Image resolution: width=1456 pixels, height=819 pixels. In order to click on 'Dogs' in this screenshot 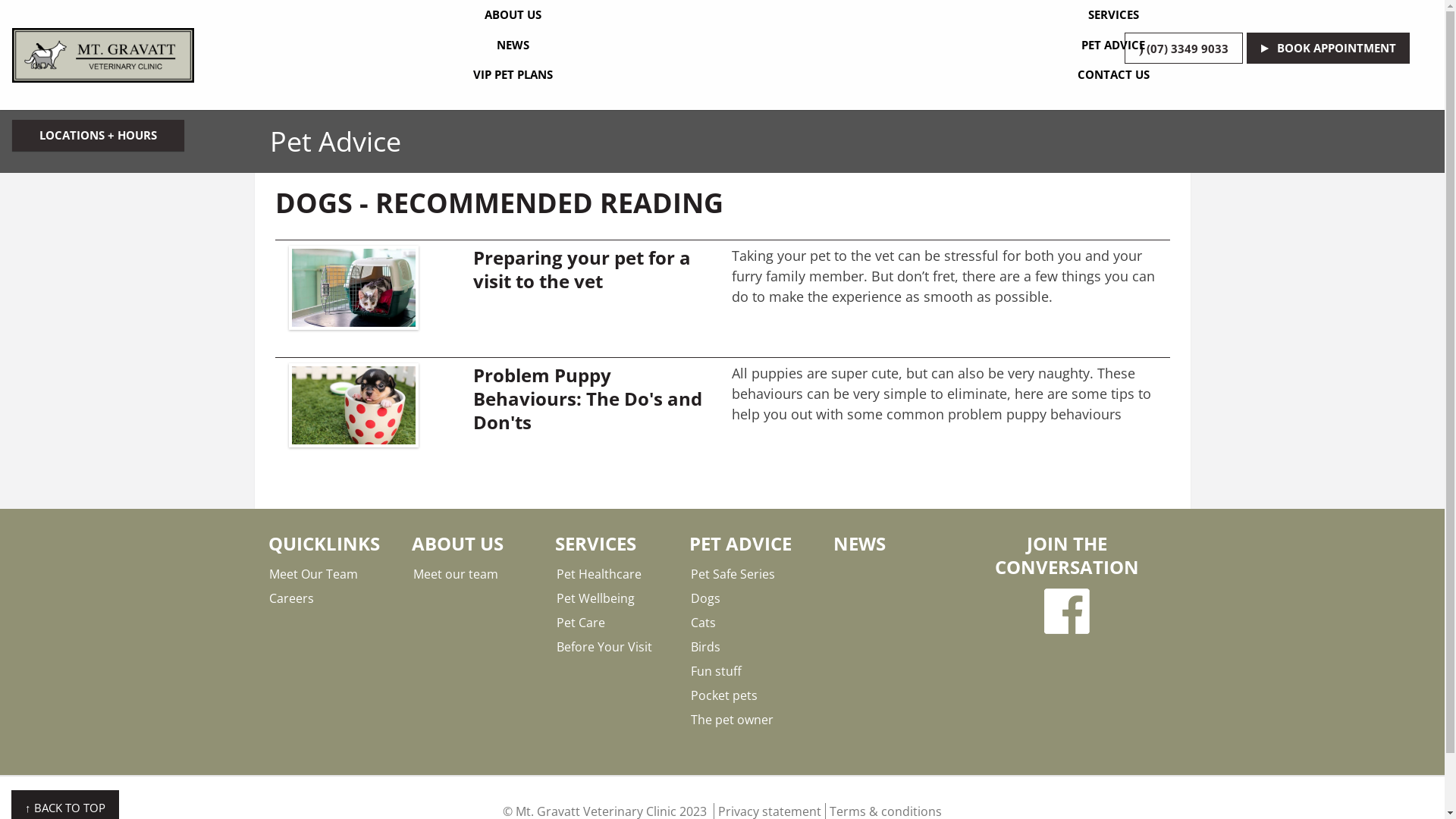, I will do `click(752, 598)`.